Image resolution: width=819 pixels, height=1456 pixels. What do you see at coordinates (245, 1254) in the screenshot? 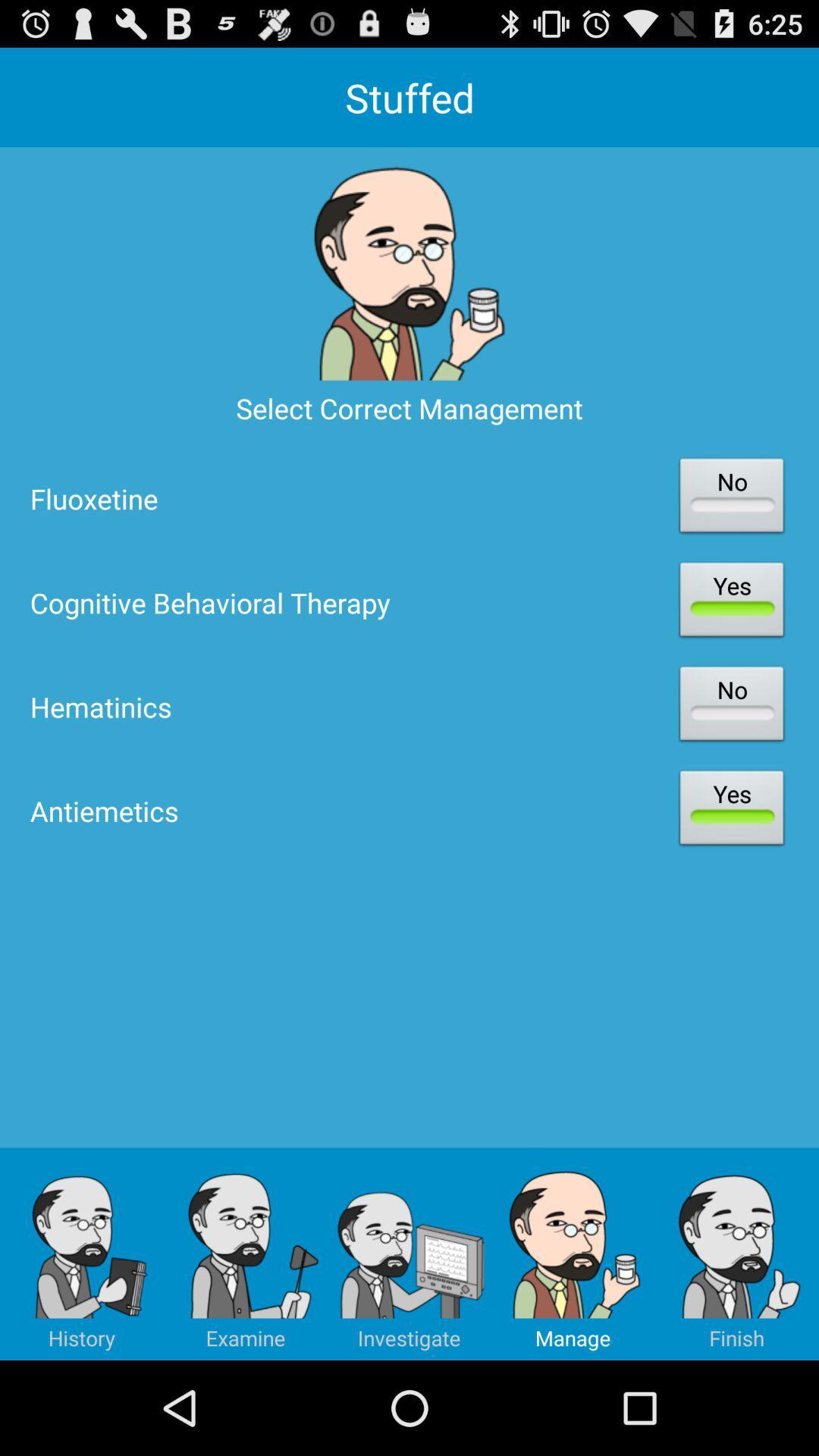
I see `the button right to history at bottom` at bounding box center [245, 1254].